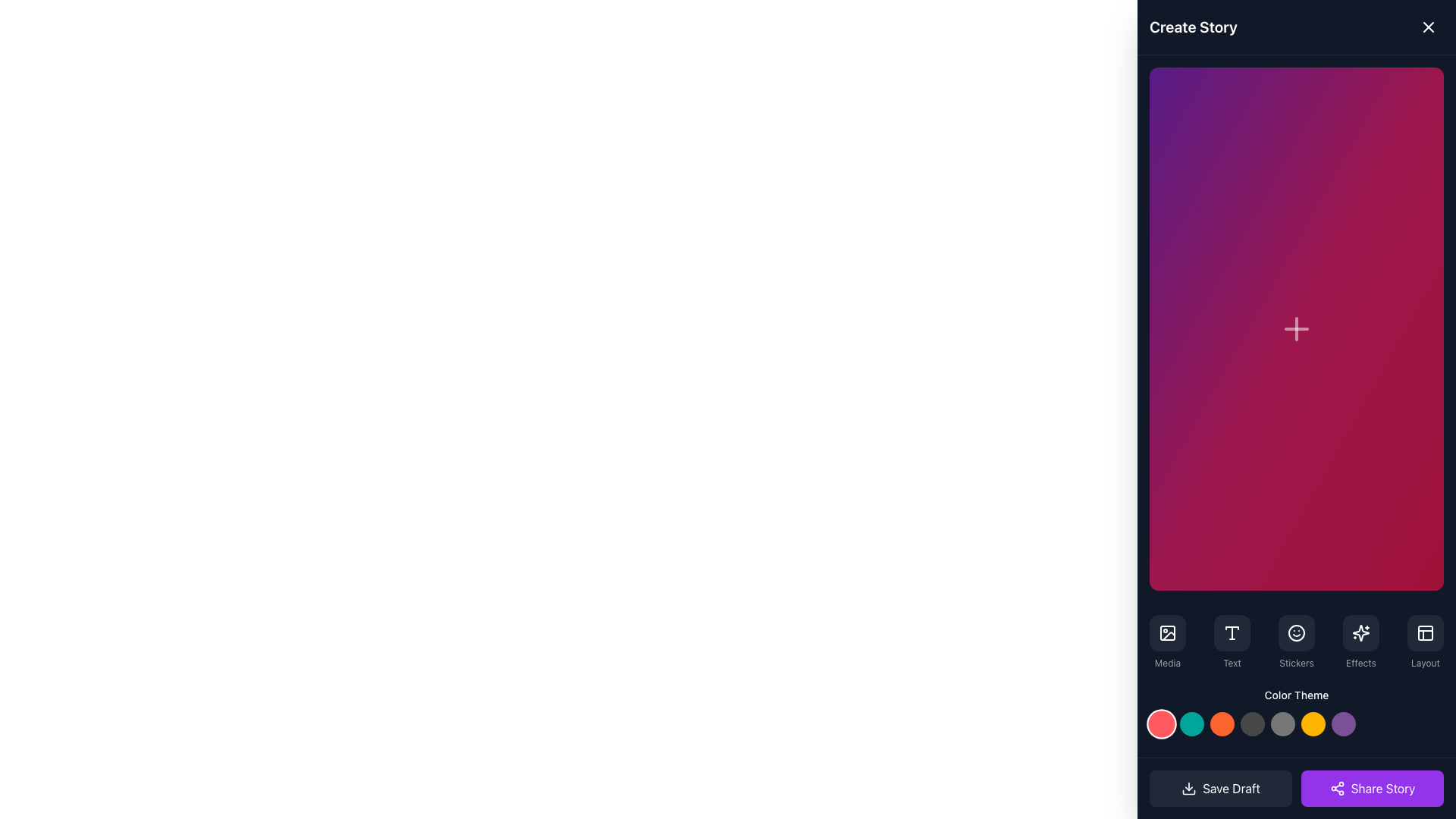 This screenshot has height=819, width=1456. What do you see at coordinates (1343, 722) in the screenshot?
I see `the seventh circular button under the 'Color Theme' section` at bounding box center [1343, 722].